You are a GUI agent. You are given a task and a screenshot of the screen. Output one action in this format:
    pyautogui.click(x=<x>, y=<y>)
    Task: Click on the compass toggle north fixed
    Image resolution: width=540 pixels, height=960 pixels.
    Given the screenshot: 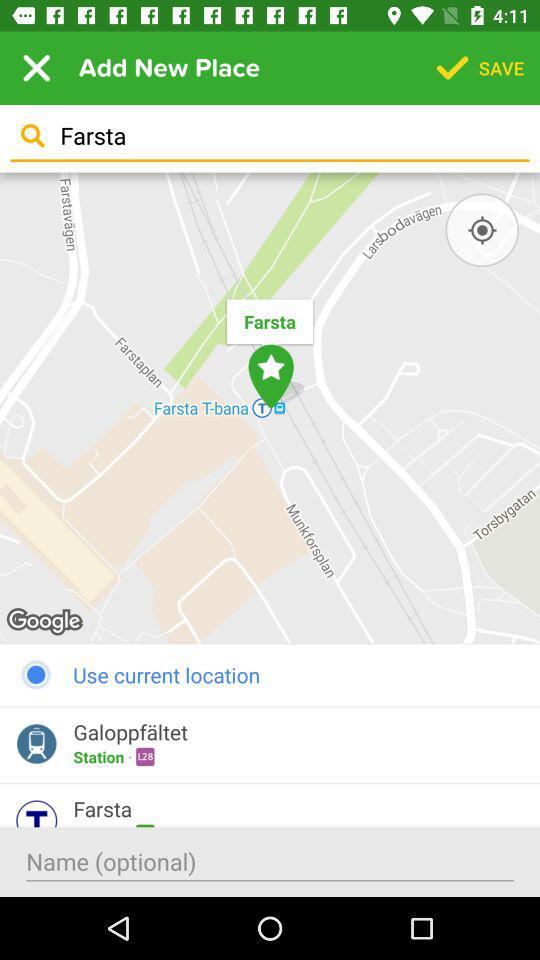 What is the action you would take?
    pyautogui.click(x=481, y=230)
    